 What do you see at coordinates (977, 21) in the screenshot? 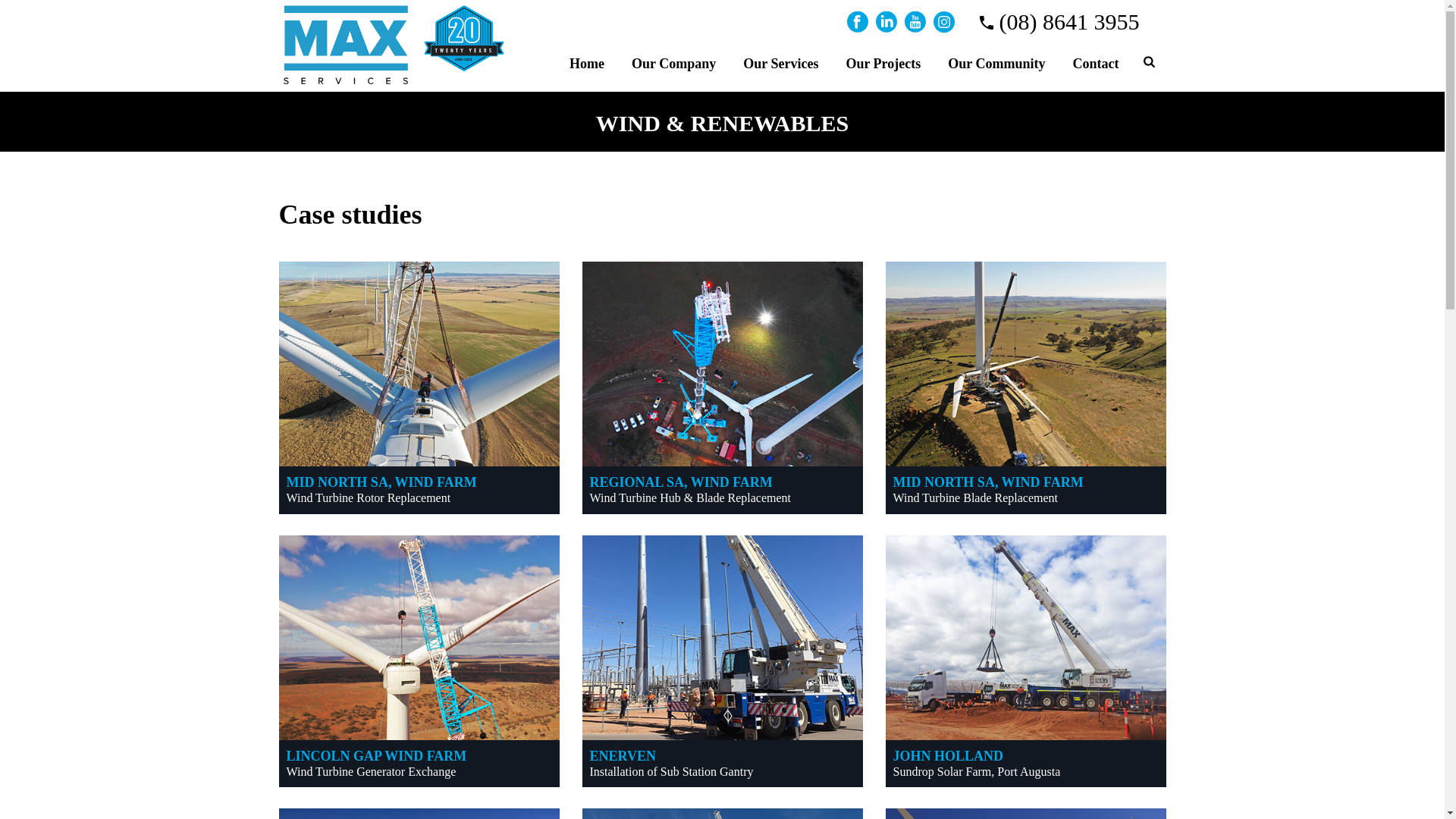
I see `'(08) 8641 3955'` at bounding box center [977, 21].